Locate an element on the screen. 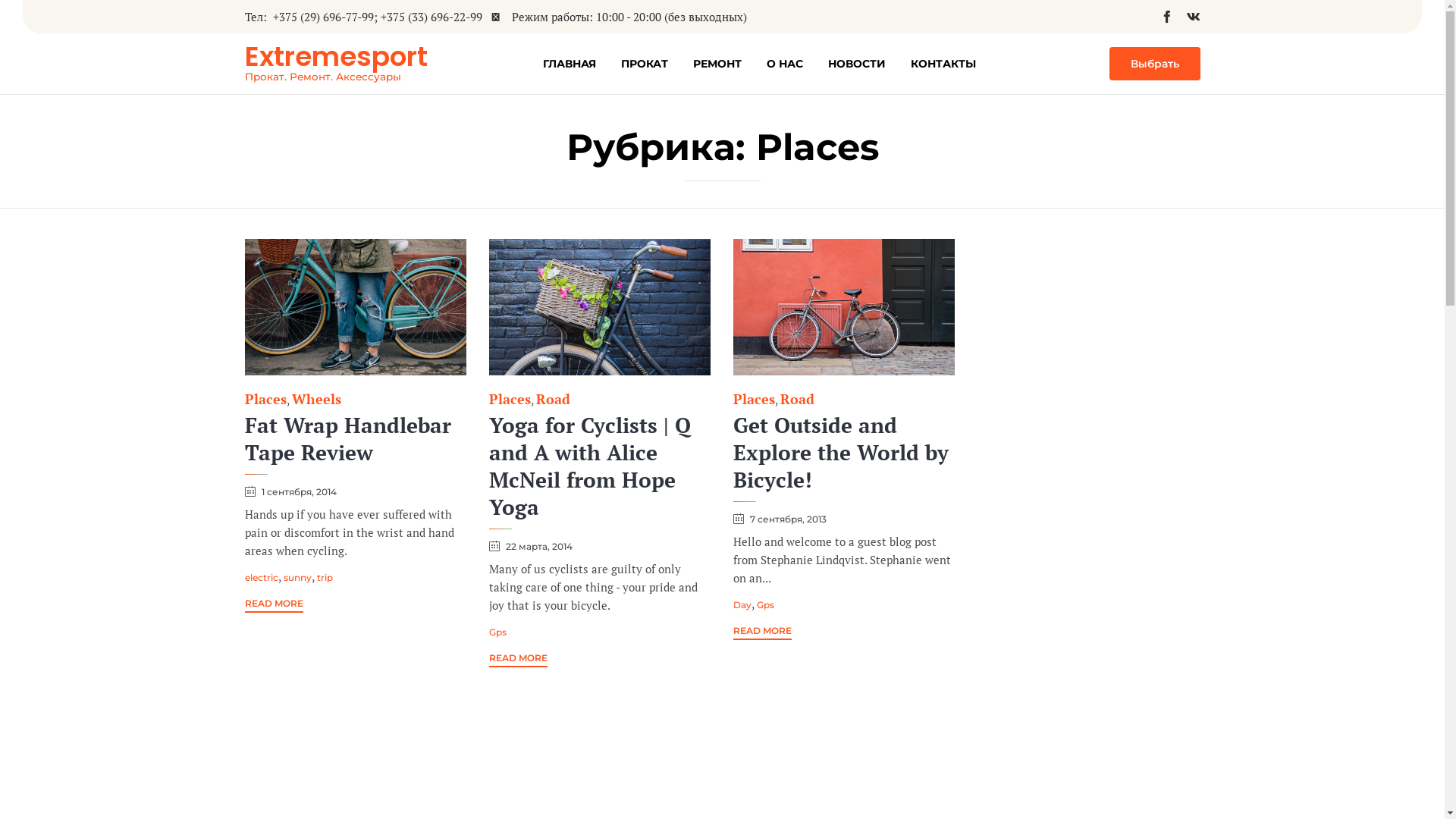 The image size is (1456, 819). 'Places' is located at coordinates (488, 398).